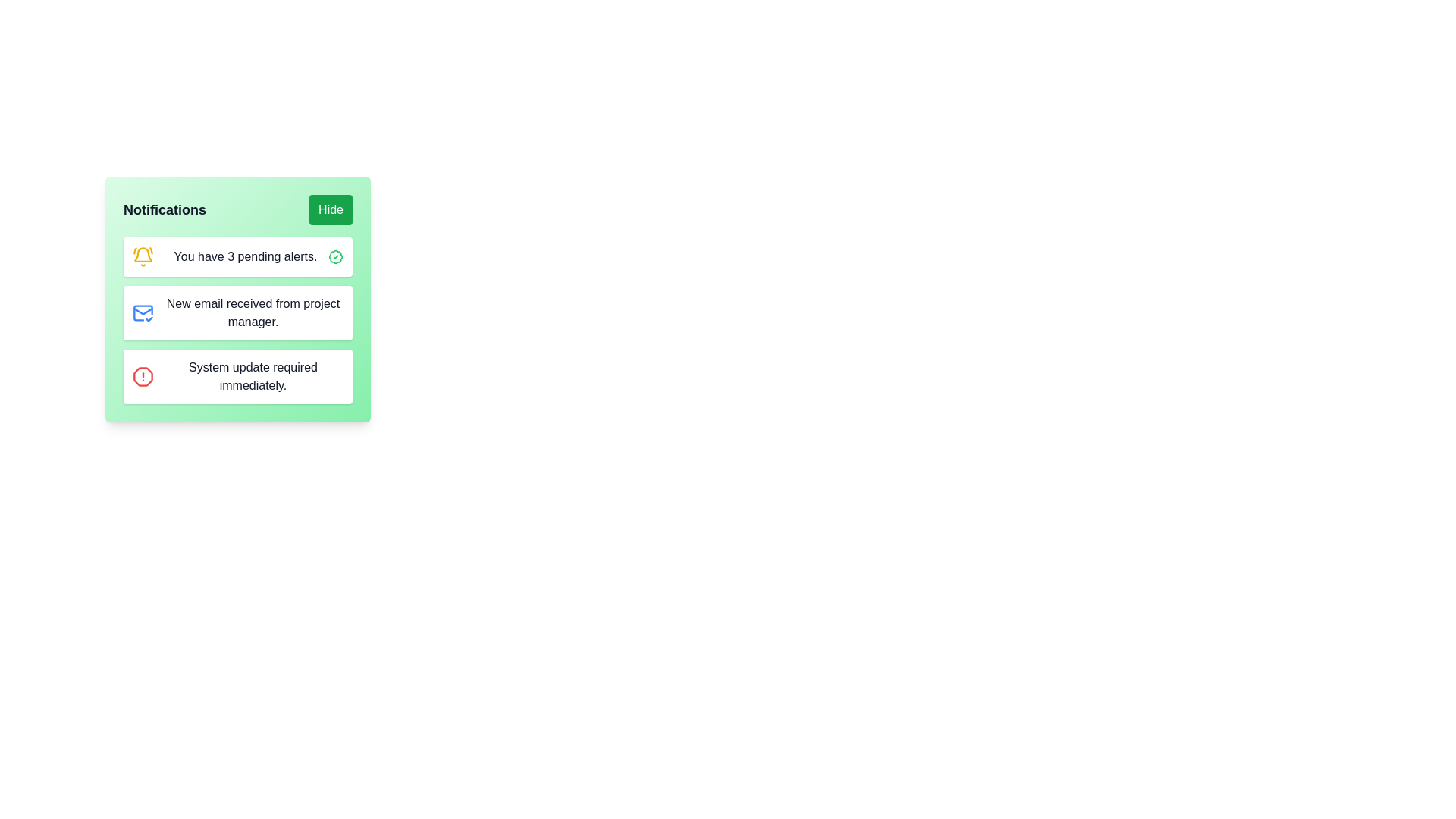 This screenshot has height=819, width=1456. I want to click on text content of the notification entry that indicates a new email received from the project manager, which has a rounded white background and a blue mail icon with a checkmark, so click(237, 312).